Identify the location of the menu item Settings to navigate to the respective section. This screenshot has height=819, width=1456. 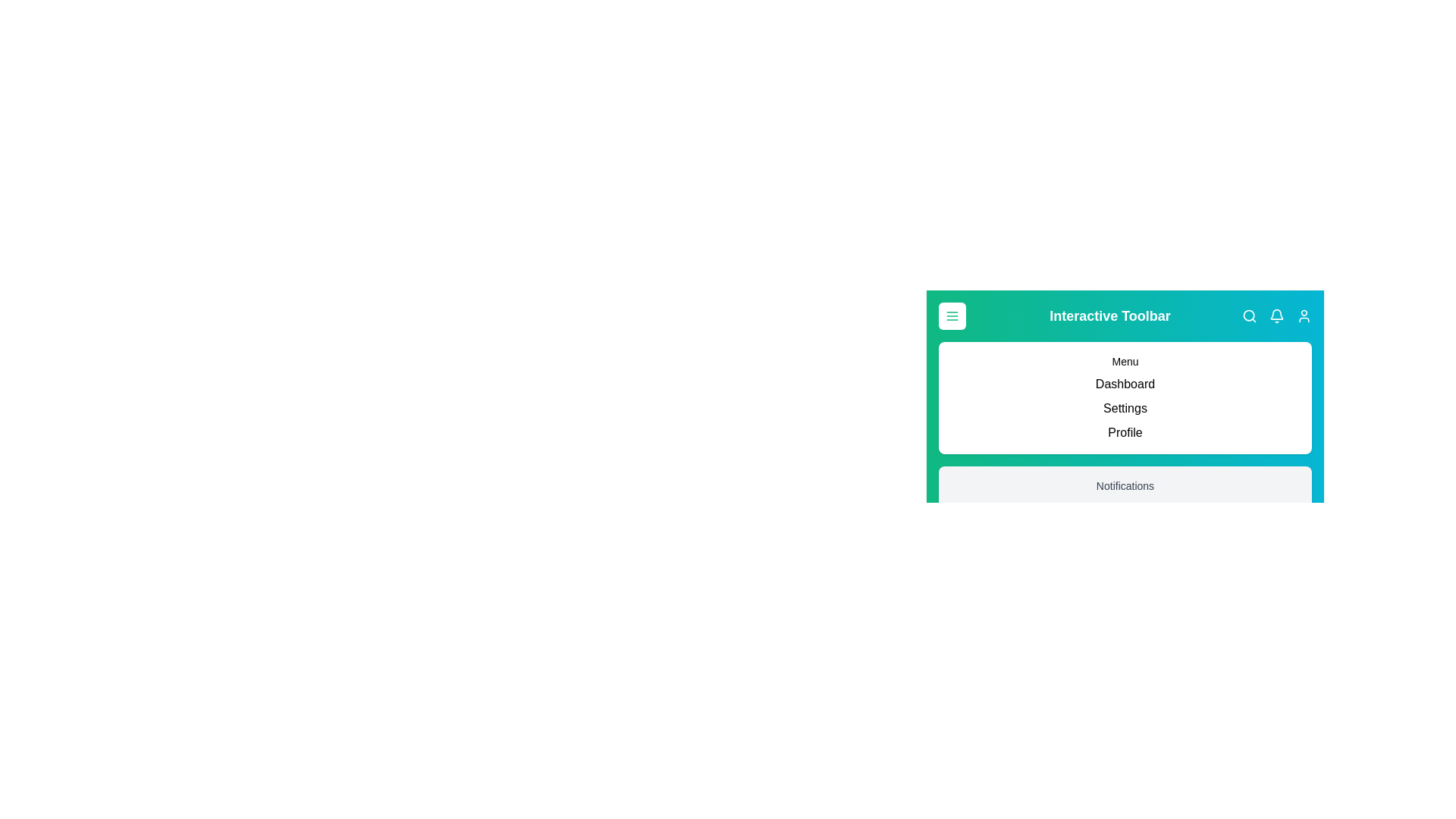
(1125, 408).